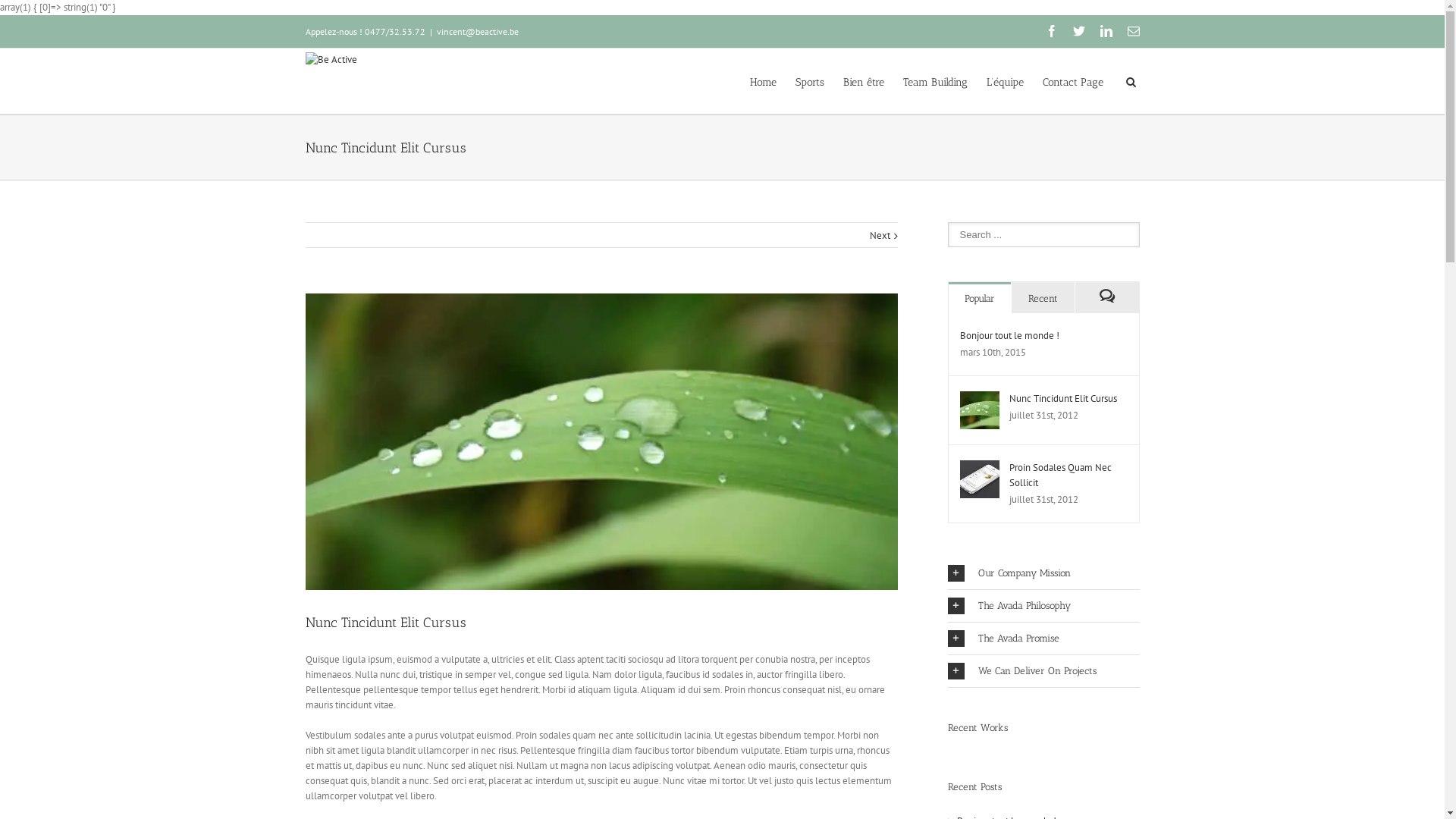  What do you see at coordinates (1043, 573) in the screenshot?
I see `'Our Company Mission'` at bounding box center [1043, 573].